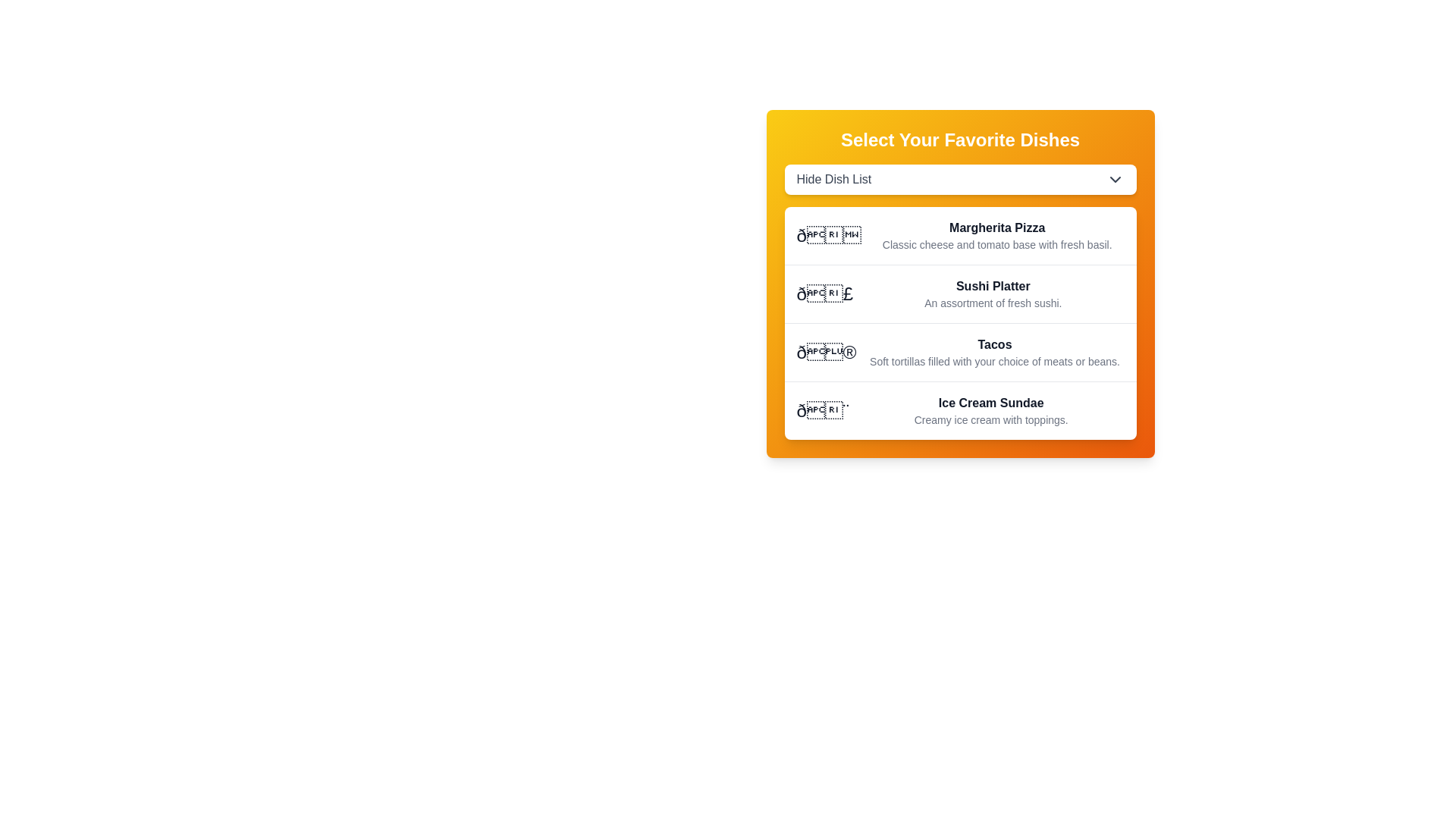 The width and height of the screenshot is (1456, 819). I want to click on descriptive text element located beneath the bold title 'Margherita Pizza', which provides additional information about the dish's ingredients and style, so click(997, 244).